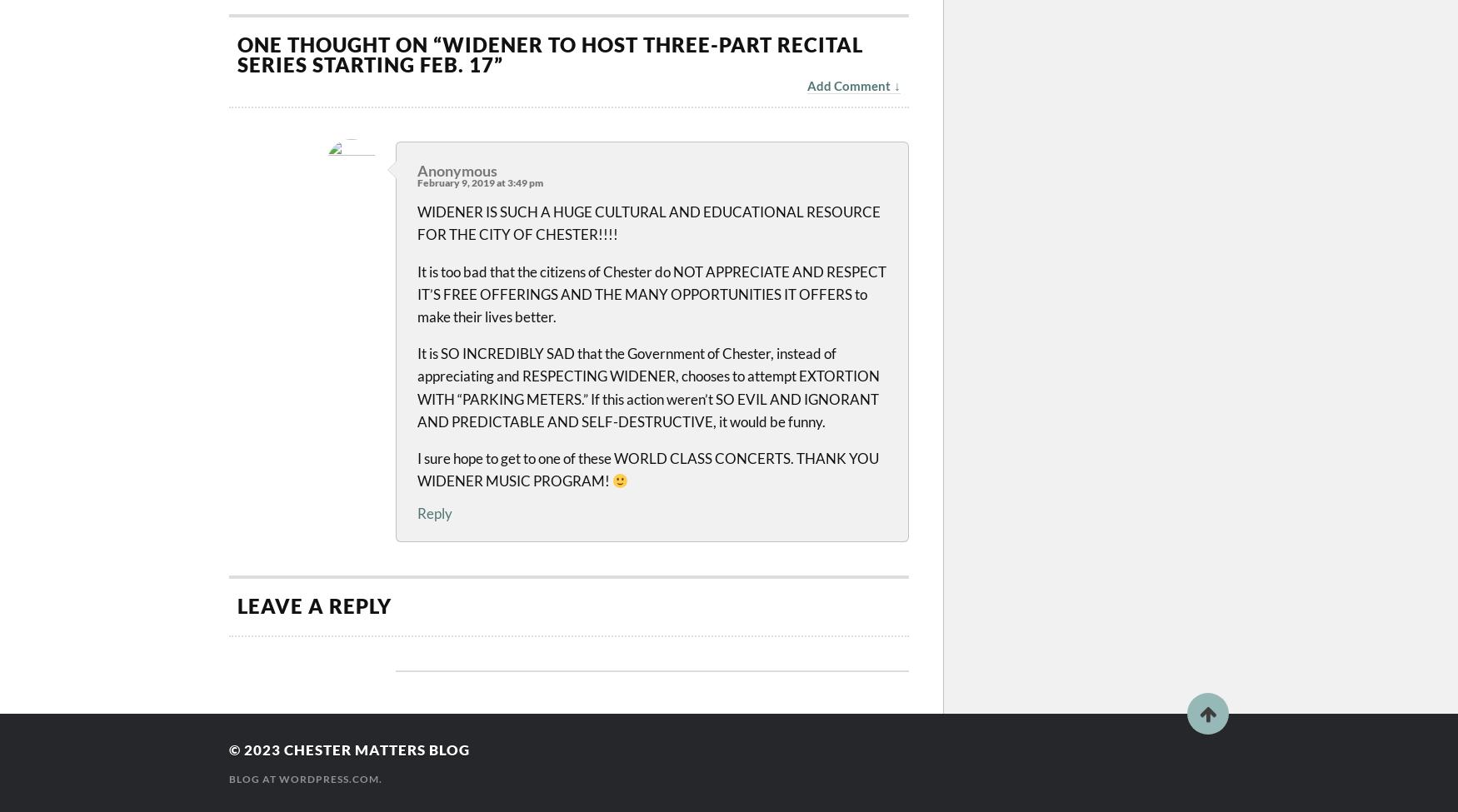 The width and height of the screenshot is (1458, 812). I want to click on 'Add Comment', so click(848, 83).